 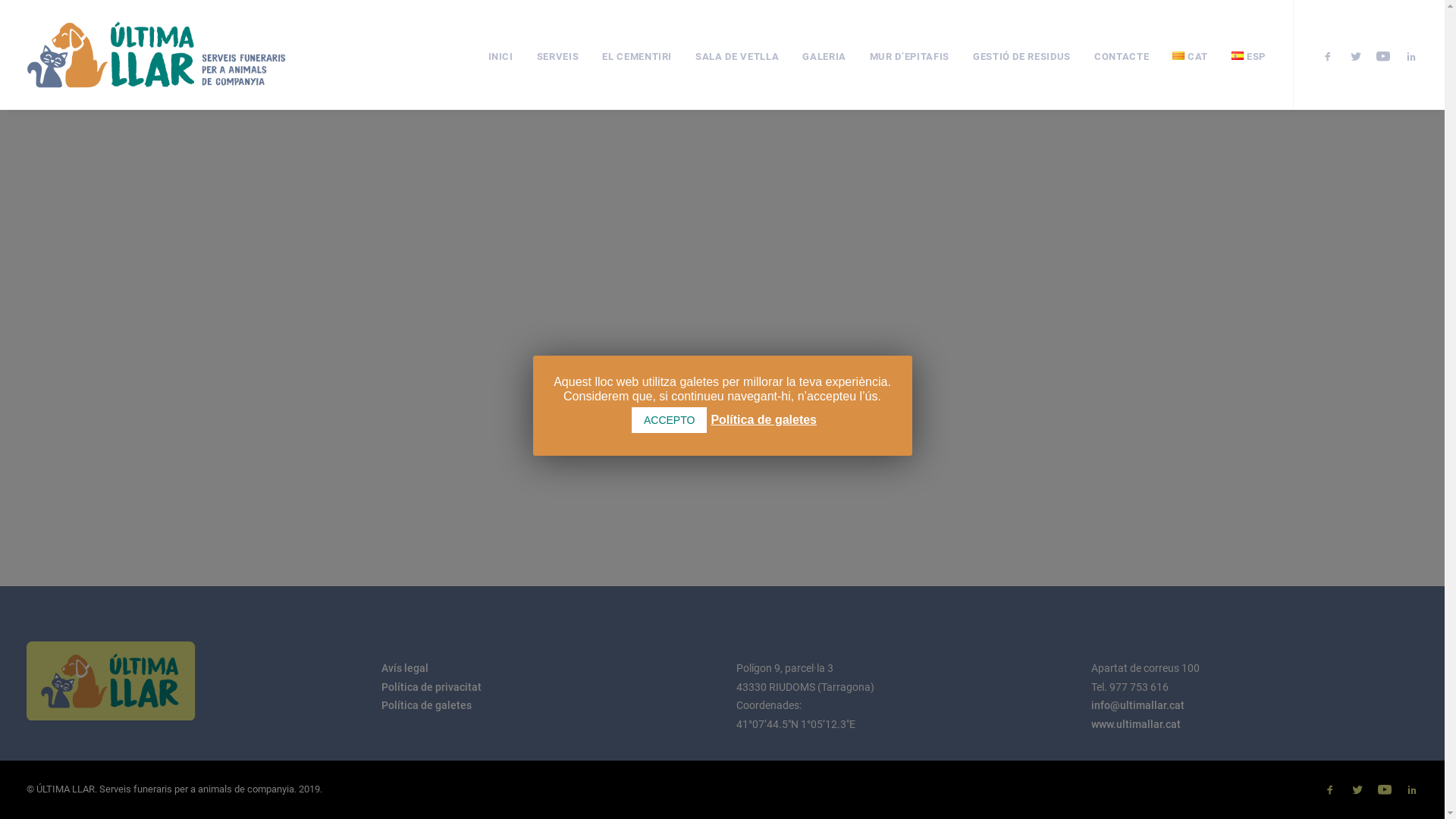 I want to click on 'info@ultimallar.cat', so click(x=1090, y=704).